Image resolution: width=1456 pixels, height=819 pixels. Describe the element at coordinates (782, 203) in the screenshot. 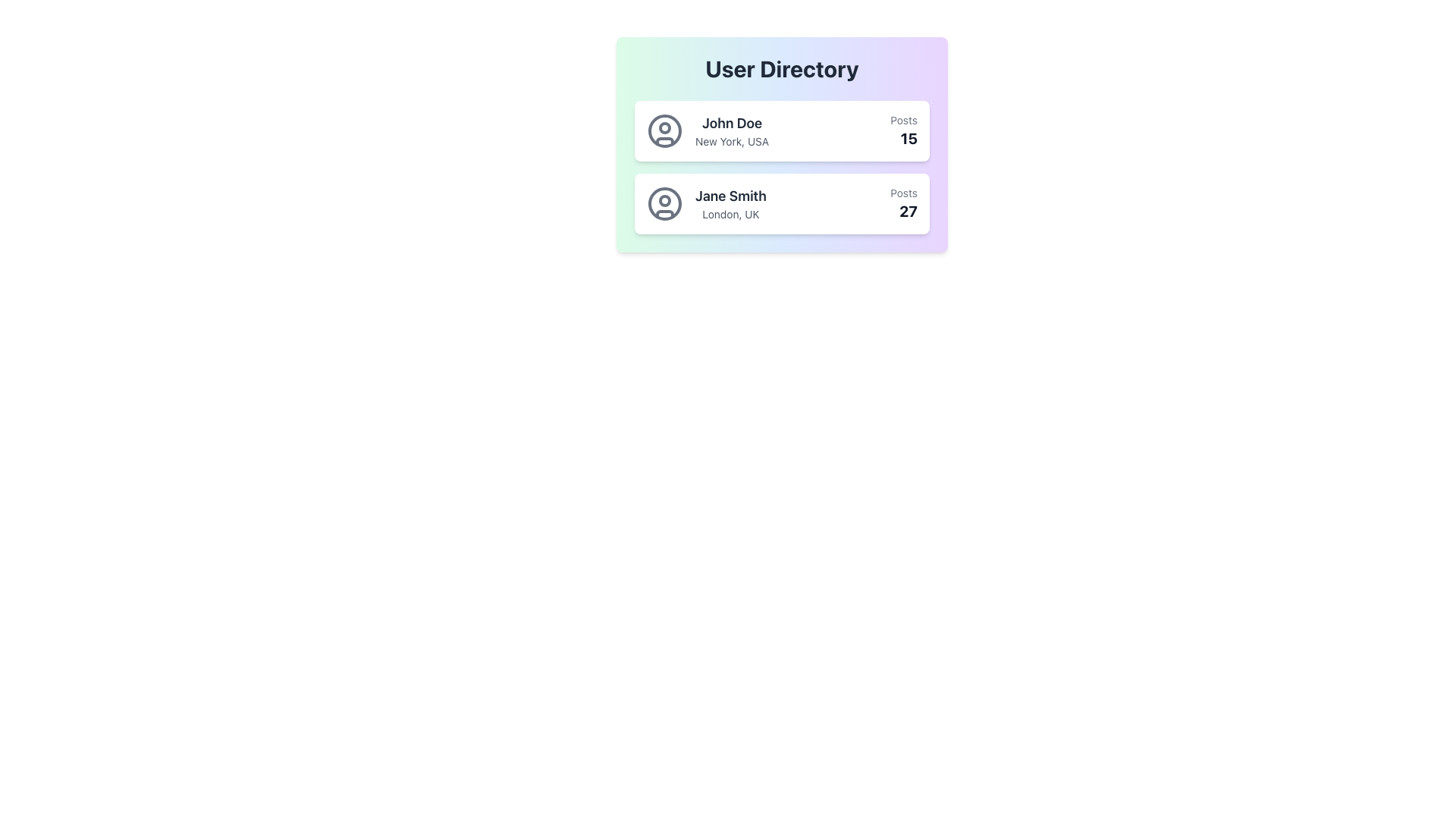

I see `the user card component displaying 'Jane Smith' in the 'User Directory' section` at that location.